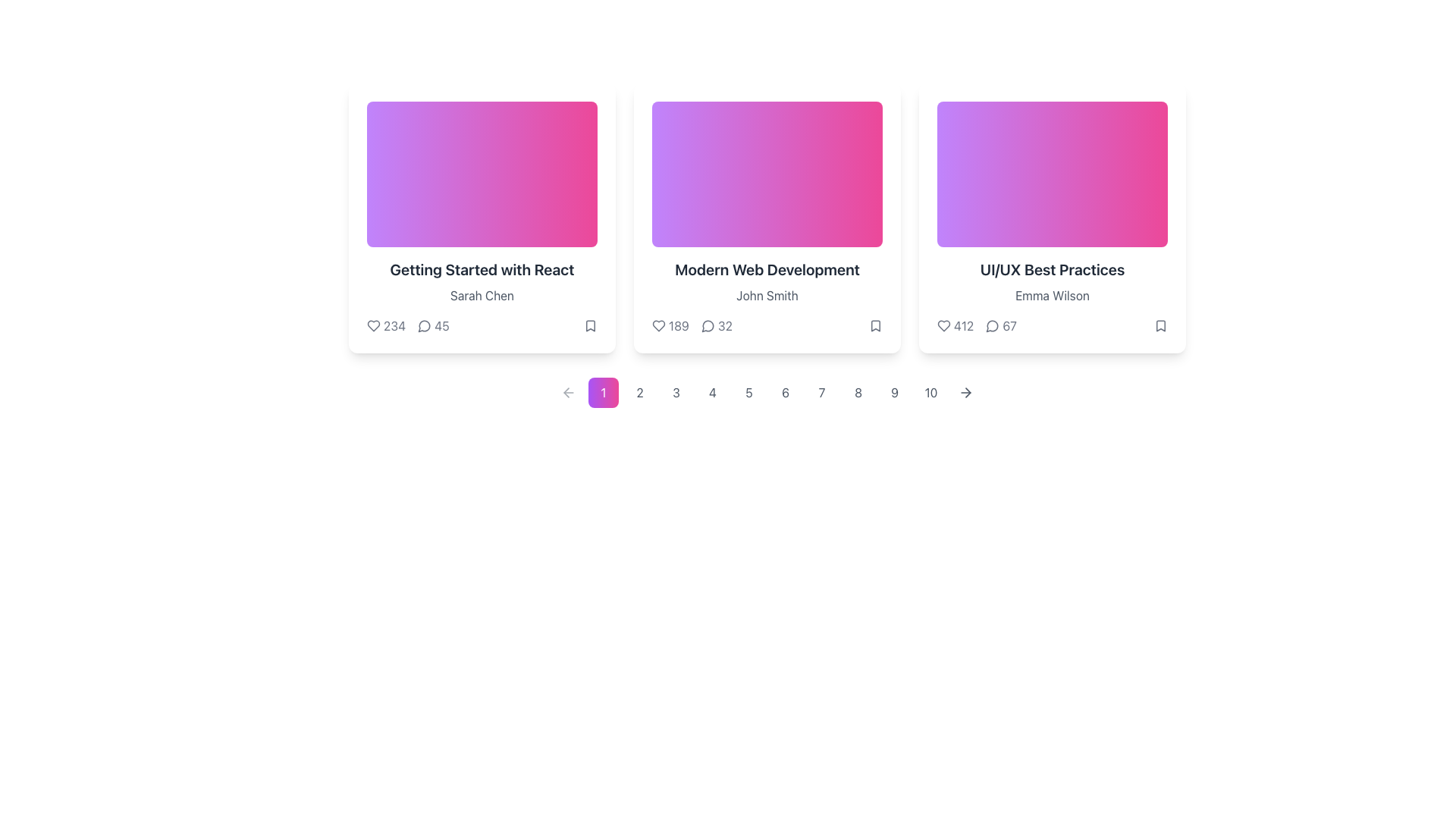 The height and width of the screenshot is (819, 1456). Describe the element at coordinates (965, 391) in the screenshot. I see `the circular button with a rightward-pointing gray arrow icon, located at the end of the pagination control bar` at that location.